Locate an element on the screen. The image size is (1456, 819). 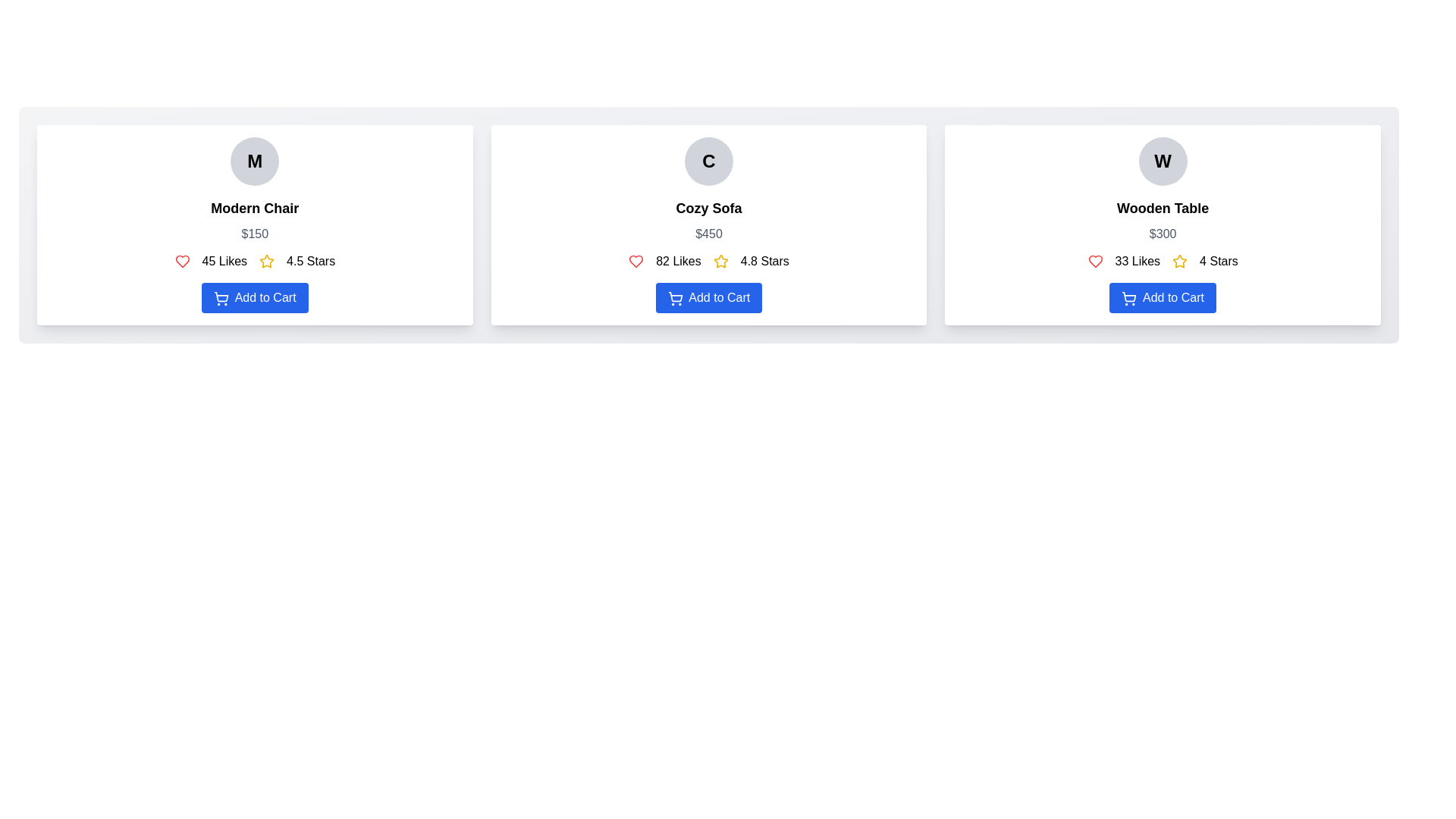
the 'Add to Cart' button with a bright blue background and white text located at the bottom center of the product card for the 'Modern Chair' is located at coordinates (255, 298).